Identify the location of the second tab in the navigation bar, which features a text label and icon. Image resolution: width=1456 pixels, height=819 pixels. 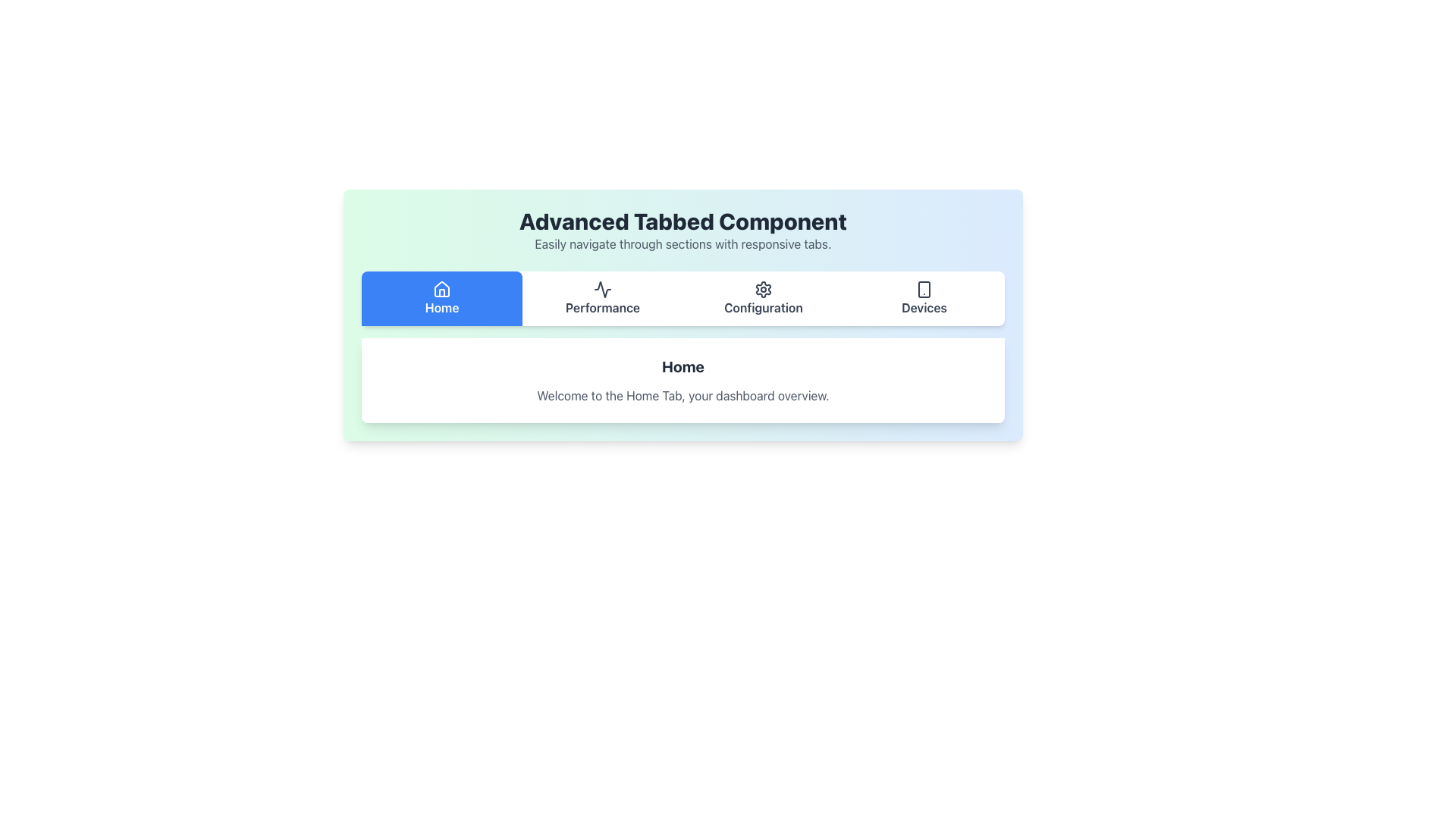
(602, 298).